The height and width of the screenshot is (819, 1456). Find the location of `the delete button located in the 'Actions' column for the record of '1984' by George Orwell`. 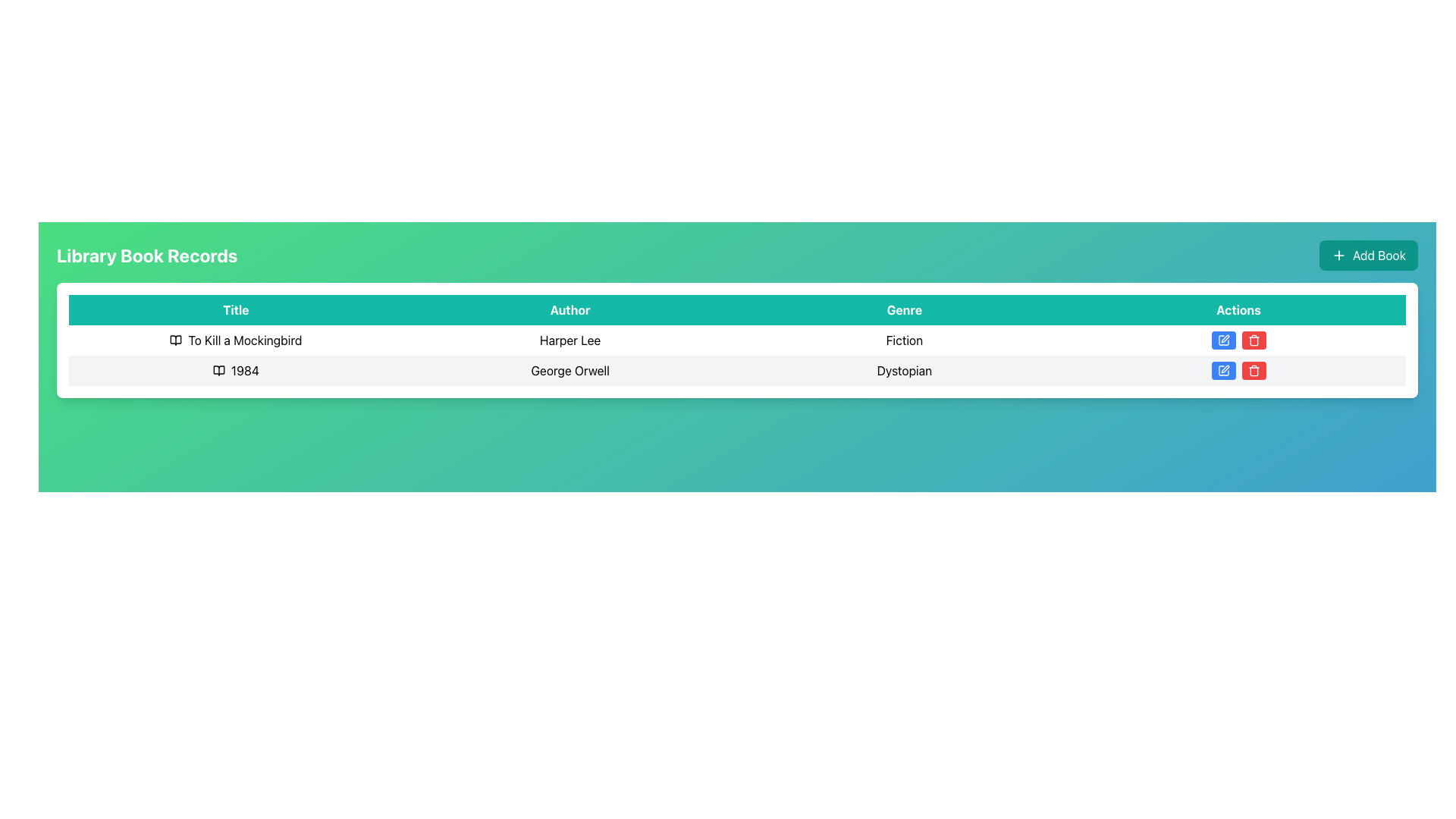

the delete button located in the 'Actions' column for the record of '1984' by George Orwell is located at coordinates (1254, 339).